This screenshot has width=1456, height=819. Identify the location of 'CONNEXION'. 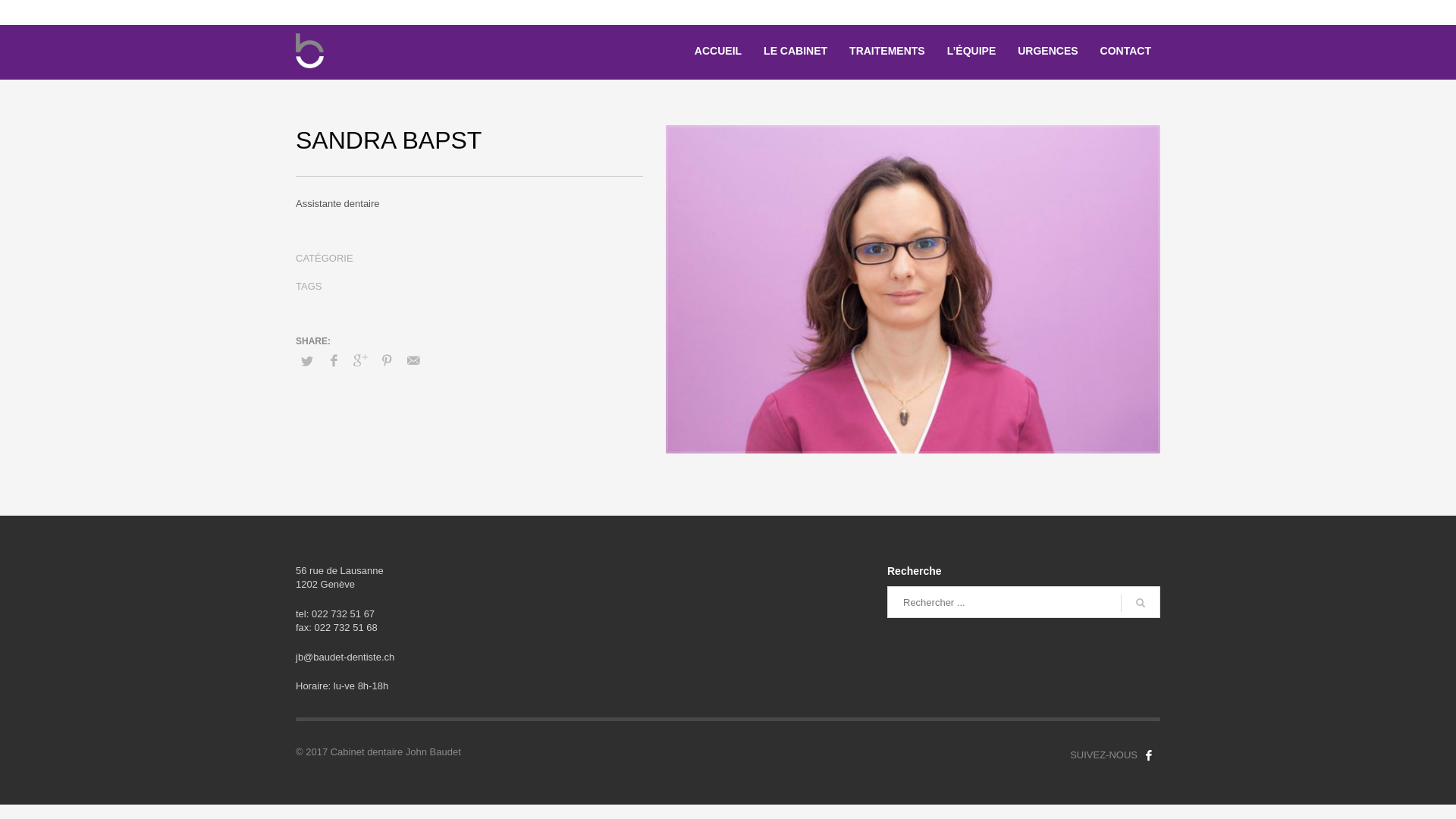
(1109, 11).